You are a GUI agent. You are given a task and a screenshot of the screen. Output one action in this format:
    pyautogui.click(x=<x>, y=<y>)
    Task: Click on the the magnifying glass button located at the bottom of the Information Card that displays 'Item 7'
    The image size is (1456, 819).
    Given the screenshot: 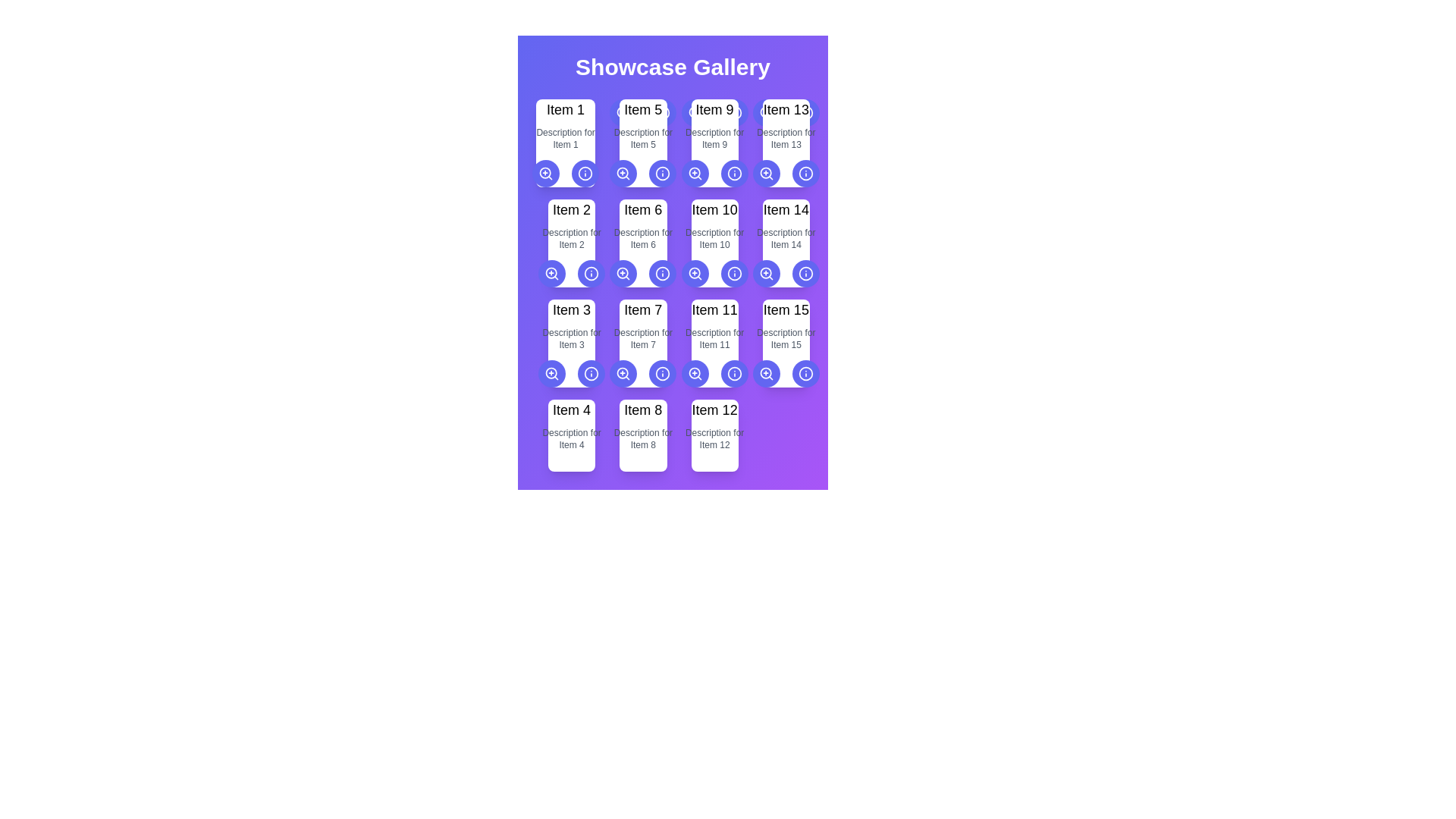 What is the action you would take?
    pyautogui.click(x=643, y=343)
    